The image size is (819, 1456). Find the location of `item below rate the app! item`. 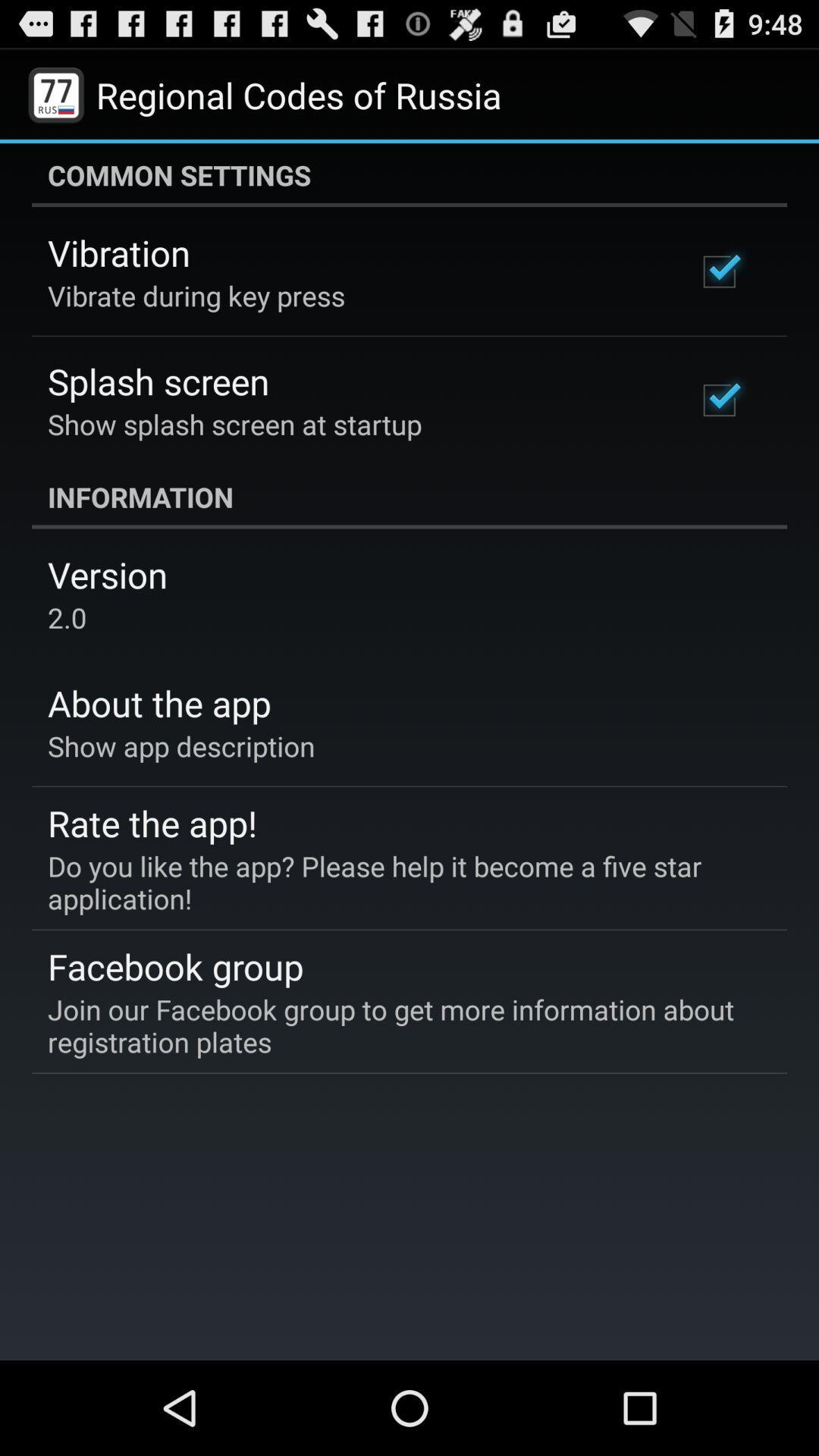

item below rate the app! item is located at coordinates (398, 882).